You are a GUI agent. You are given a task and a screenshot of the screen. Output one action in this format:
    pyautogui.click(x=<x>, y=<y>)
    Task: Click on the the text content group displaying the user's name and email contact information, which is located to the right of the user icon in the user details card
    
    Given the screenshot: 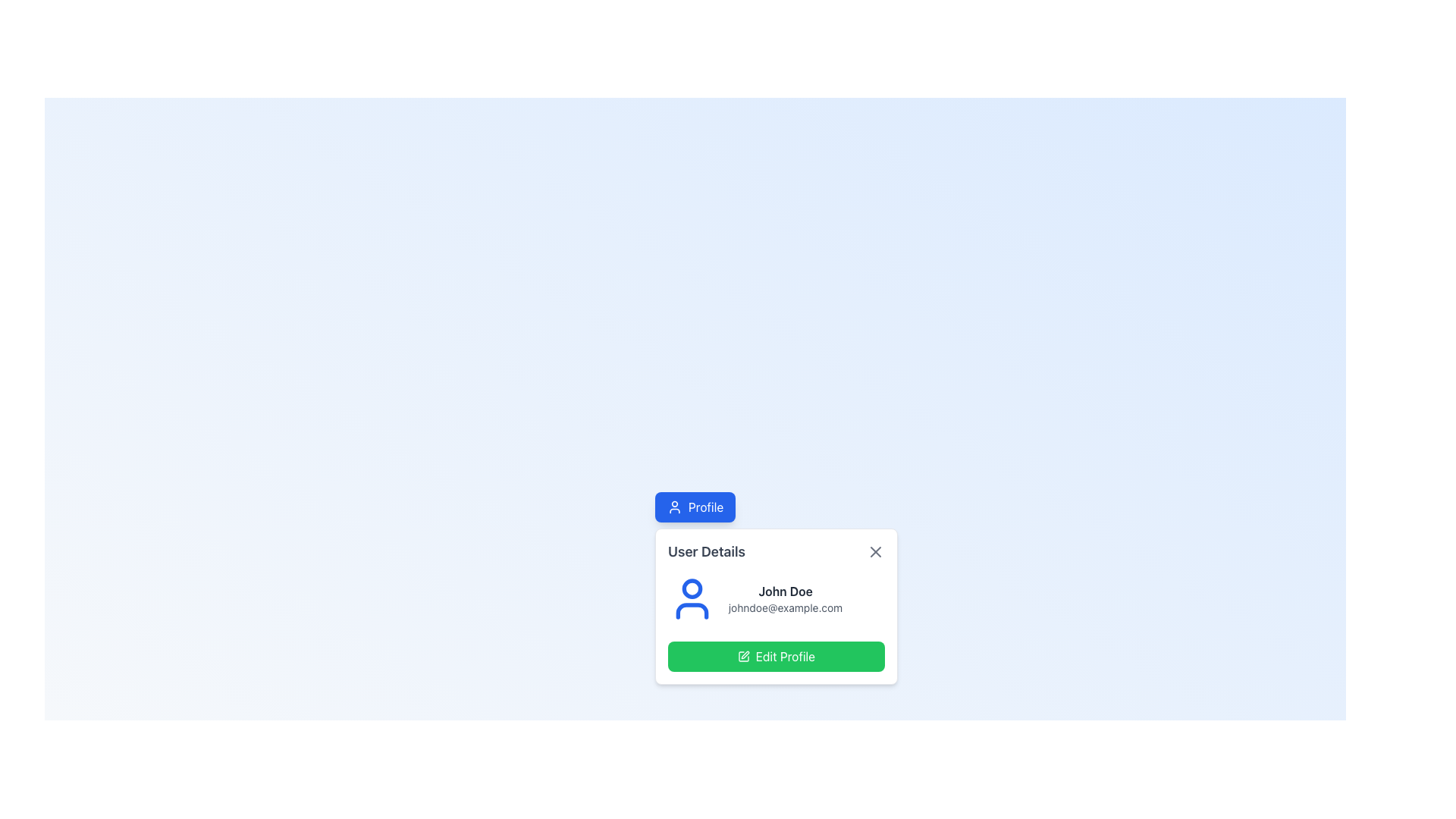 What is the action you would take?
    pyautogui.click(x=786, y=598)
    